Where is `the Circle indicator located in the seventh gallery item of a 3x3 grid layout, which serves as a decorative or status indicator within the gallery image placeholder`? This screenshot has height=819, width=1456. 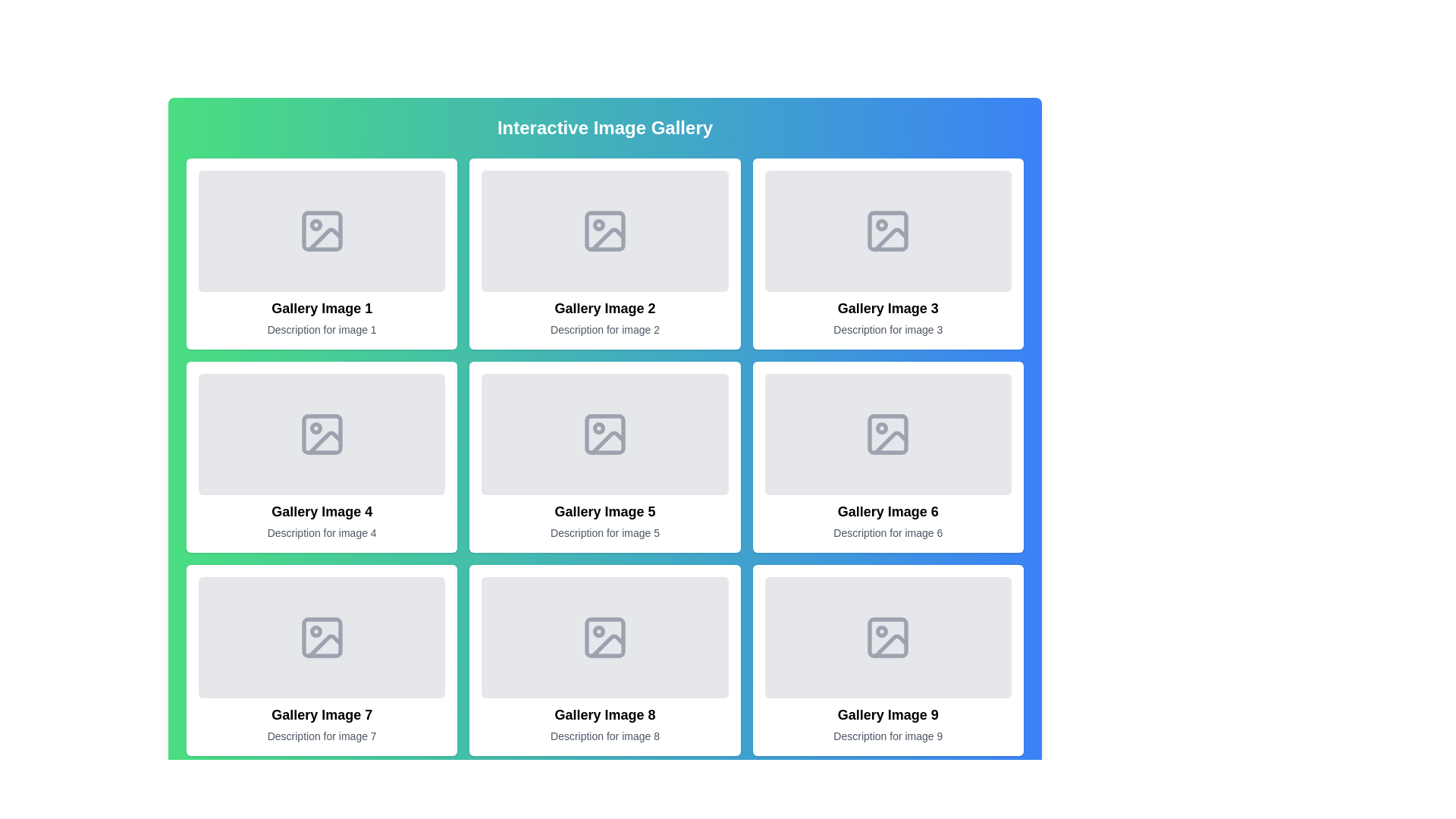 the Circle indicator located in the seventh gallery item of a 3x3 grid layout, which serves as a decorative or status indicator within the gallery image placeholder is located at coordinates (315, 632).